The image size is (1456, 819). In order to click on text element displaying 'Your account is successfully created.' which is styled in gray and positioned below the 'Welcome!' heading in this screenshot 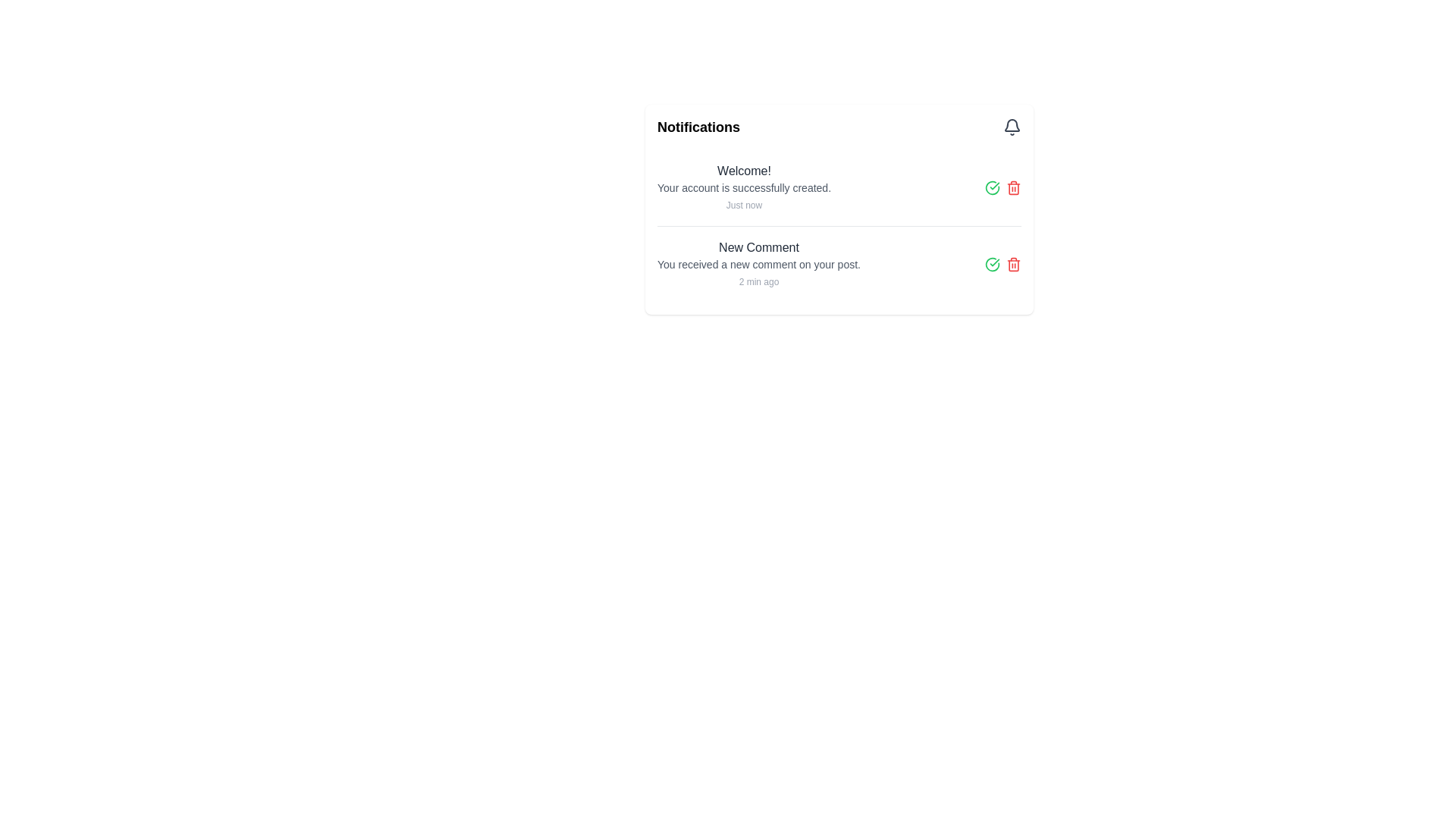, I will do `click(744, 187)`.